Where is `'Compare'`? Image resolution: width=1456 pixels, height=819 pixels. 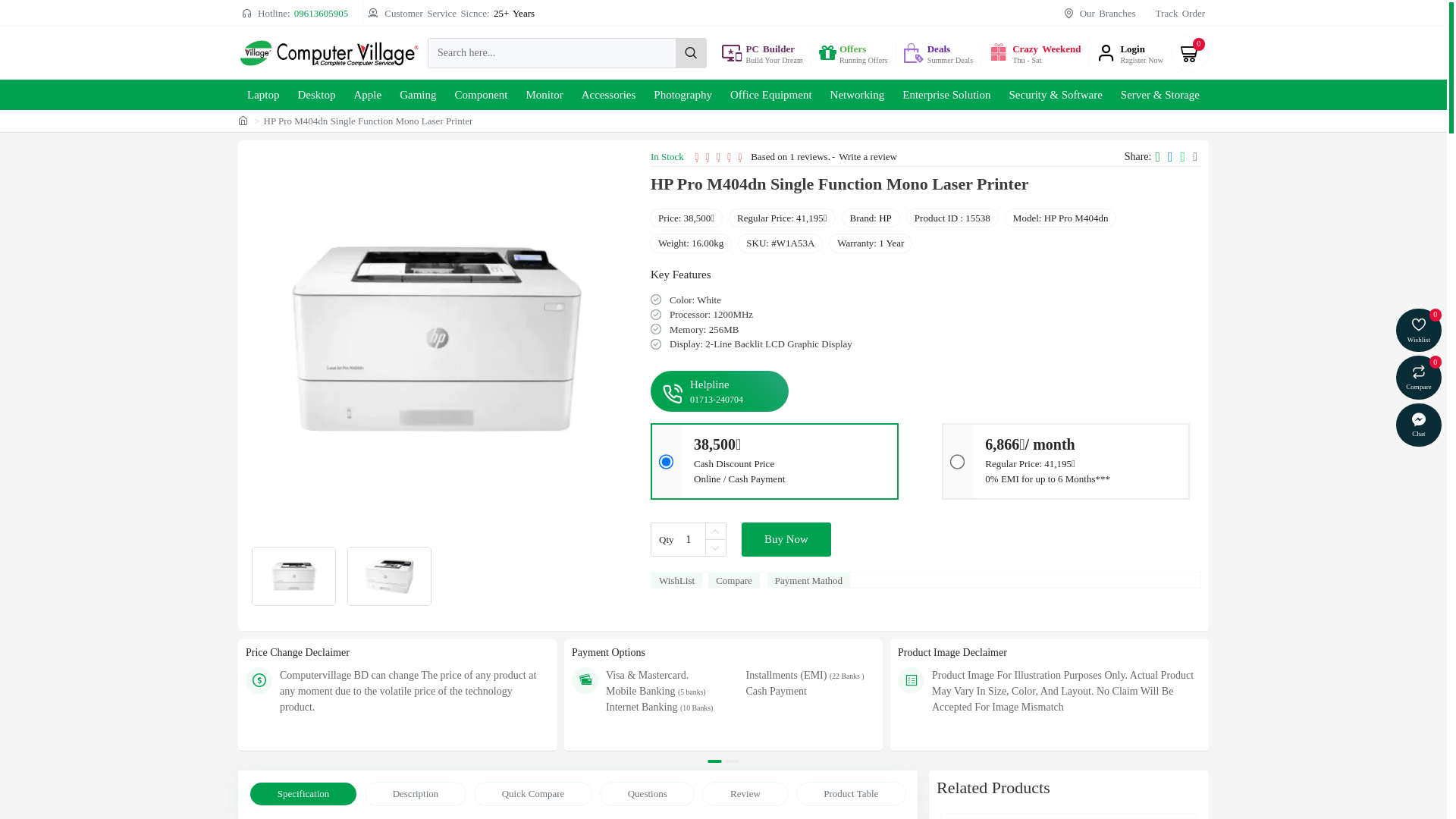
'Compare' is located at coordinates (734, 579).